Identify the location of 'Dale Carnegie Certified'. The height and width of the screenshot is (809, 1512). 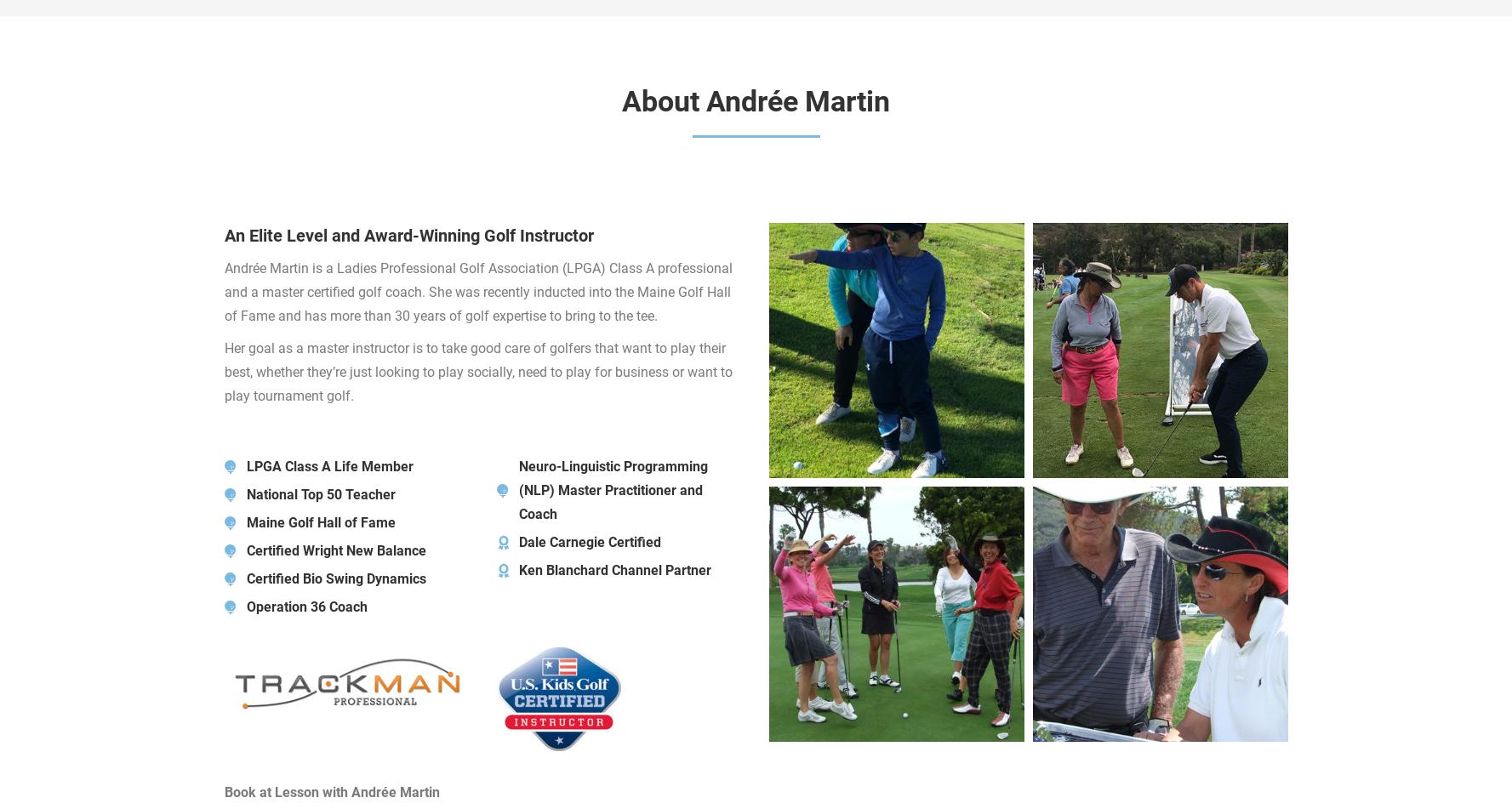
(588, 541).